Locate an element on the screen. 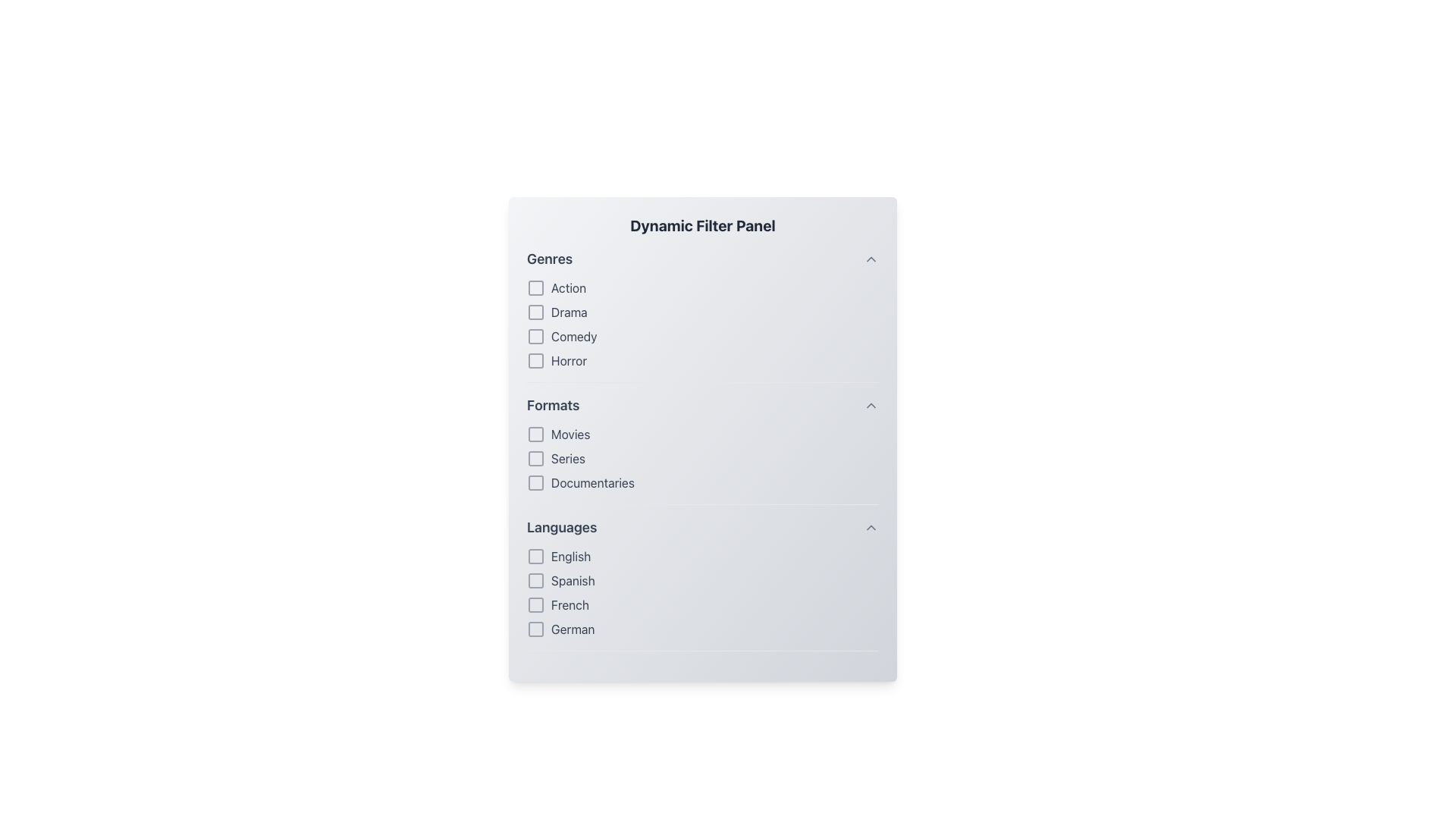 The height and width of the screenshot is (819, 1456). the toggle button for collapsing or expanding the 'Languages' section in the filter panel to observe highlighting effects is located at coordinates (871, 526).